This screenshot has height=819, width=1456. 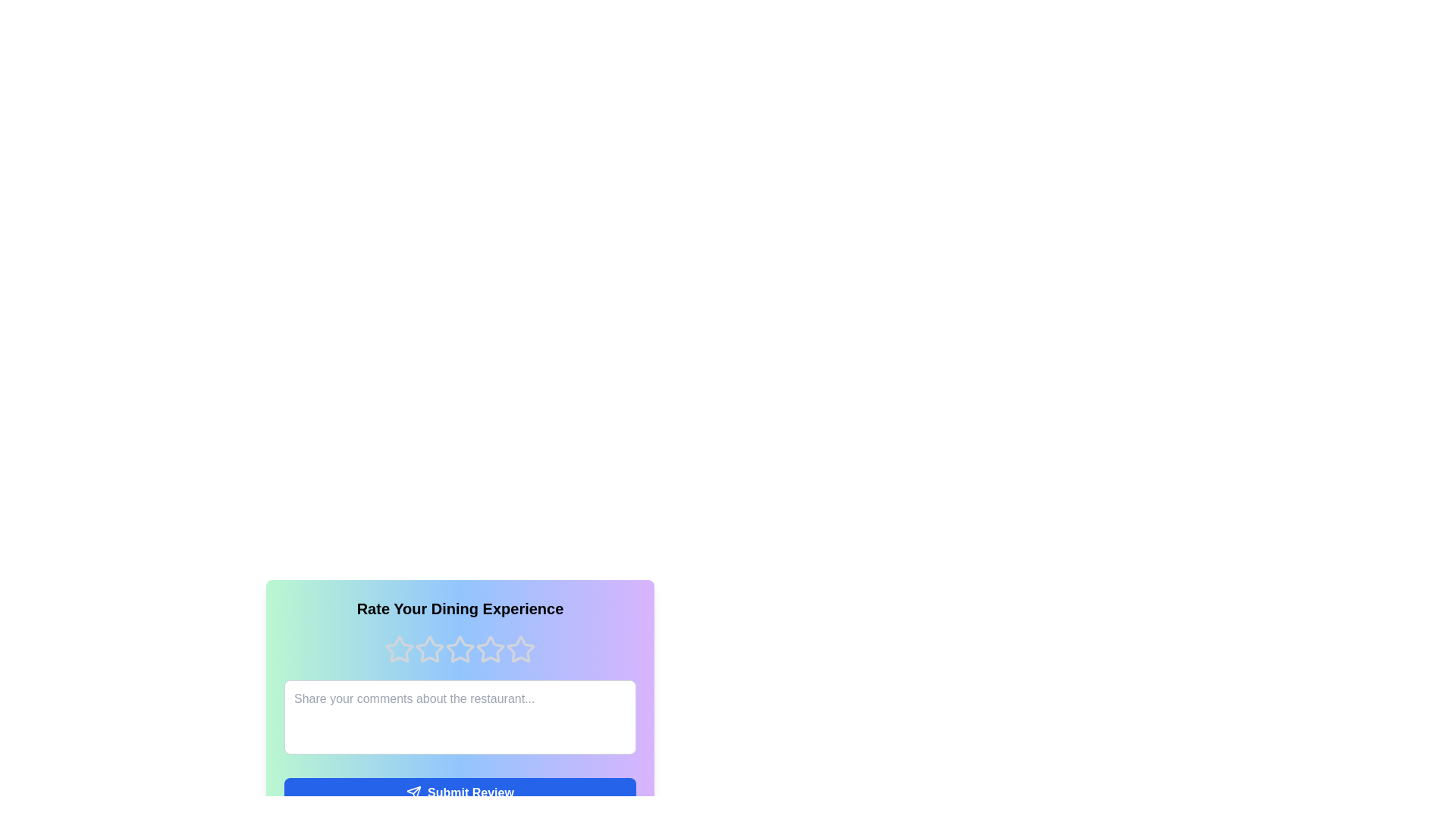 I want to click on the second star in the sequence of five identical star icons, so click(x=428, y=648).